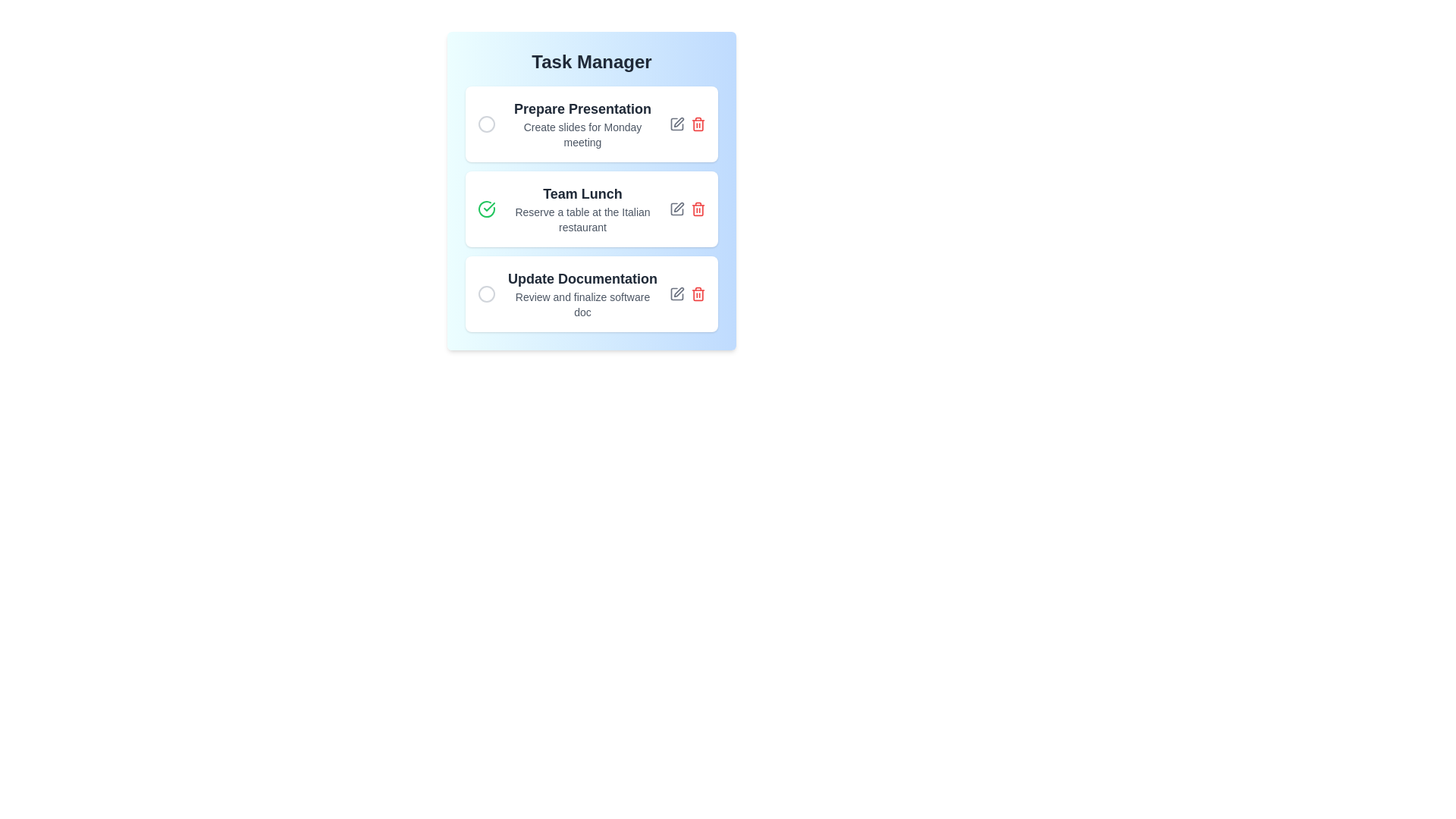 The height and width of the screenshot is (819, 1456). Describe the element at coordinates (582, 124) in the screenshot. I see `the information of the task titled Prepare Presentation` at that location.